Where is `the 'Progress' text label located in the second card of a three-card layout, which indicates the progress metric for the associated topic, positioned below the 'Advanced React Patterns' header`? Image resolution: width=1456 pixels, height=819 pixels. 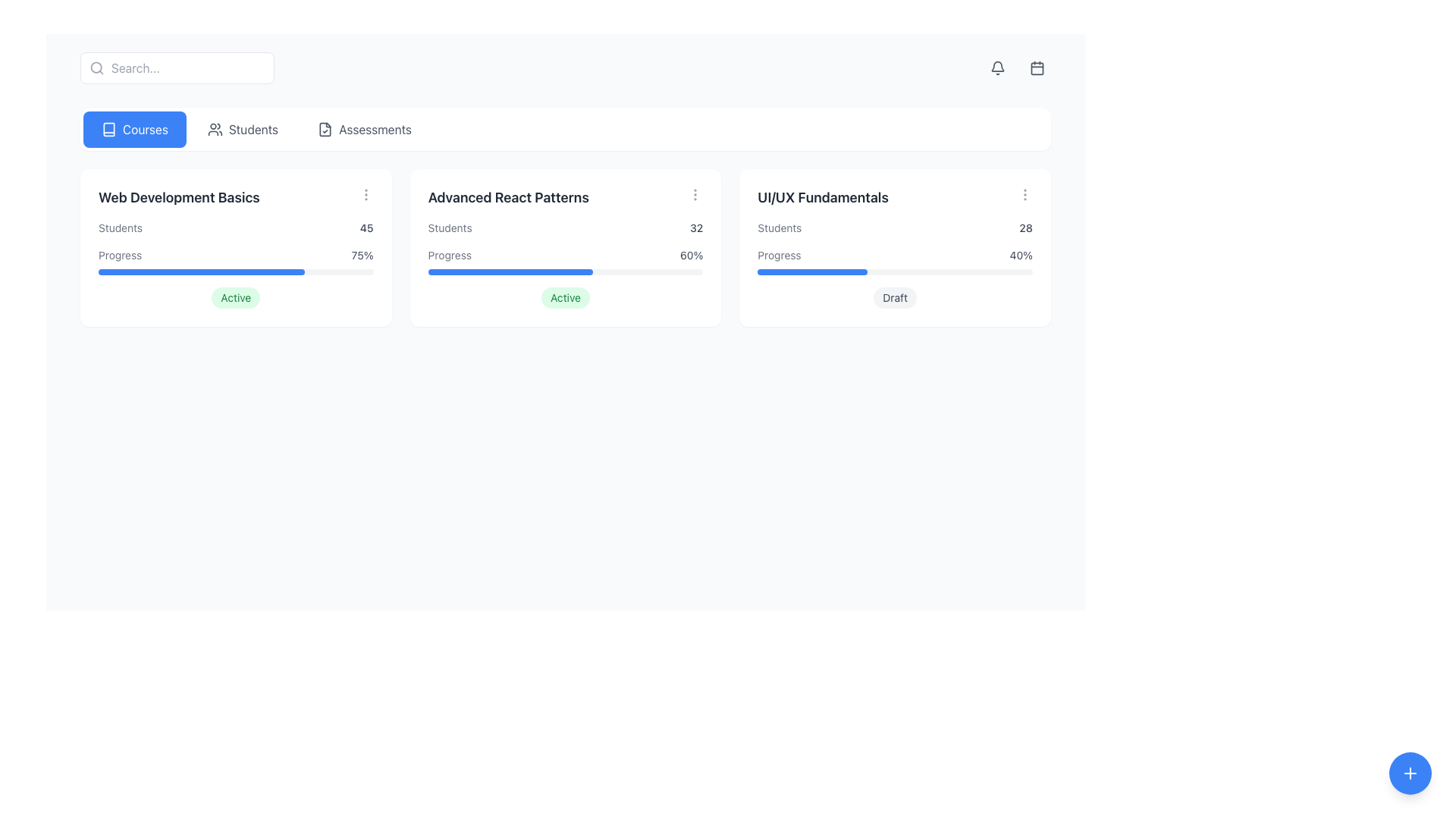
the 'Progress' text label located in the second card of a three-card layout, which indicates the progress metric for the associated topic, positioned below the 'Advanced React Patterns' header is located at coordinates (449, 254).